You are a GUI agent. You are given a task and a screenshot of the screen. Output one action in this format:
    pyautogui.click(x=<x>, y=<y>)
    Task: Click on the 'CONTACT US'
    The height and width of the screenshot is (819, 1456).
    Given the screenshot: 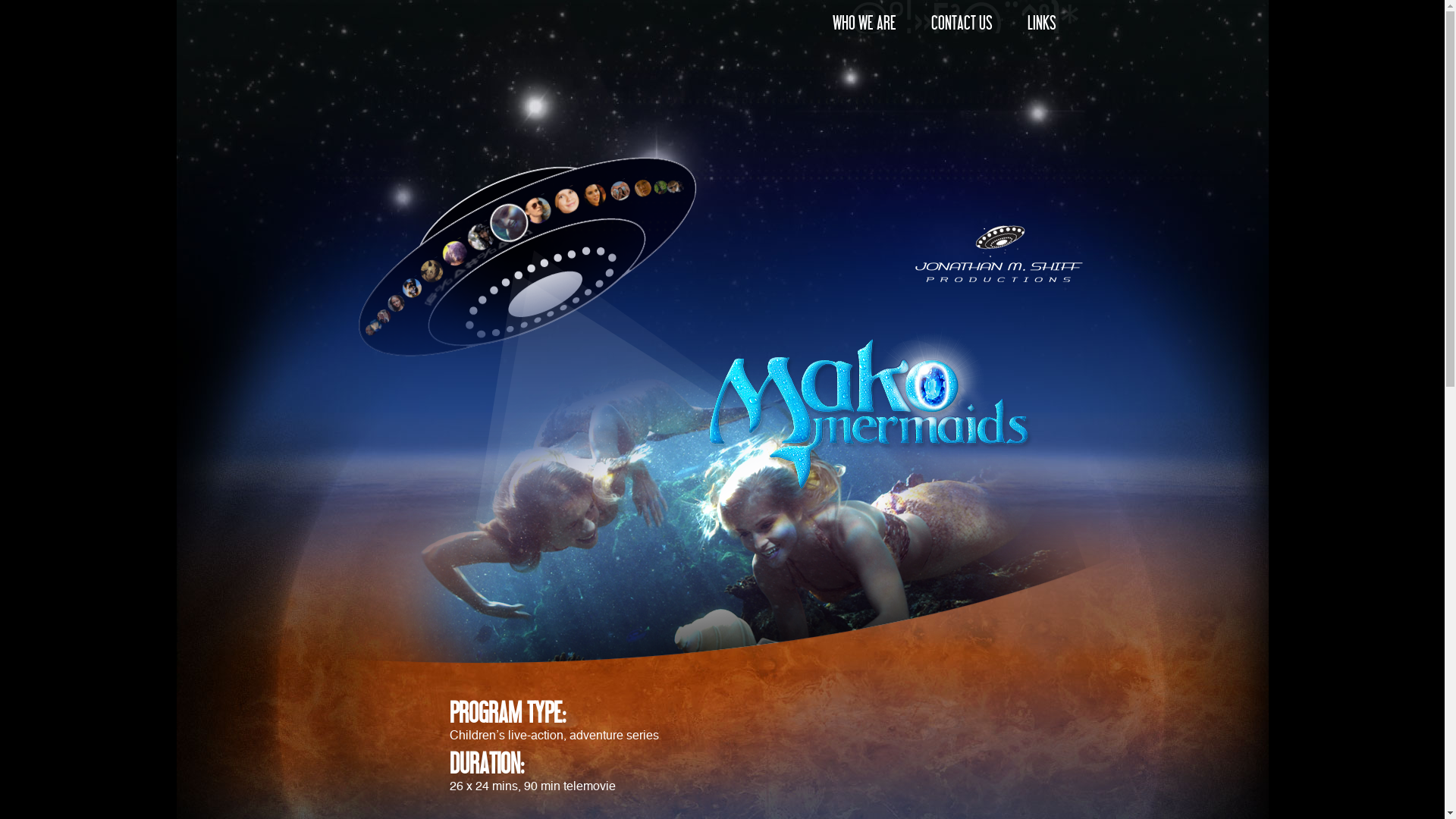 What is the action you would take?
    pyautogui.click(x=961, y=24)
    